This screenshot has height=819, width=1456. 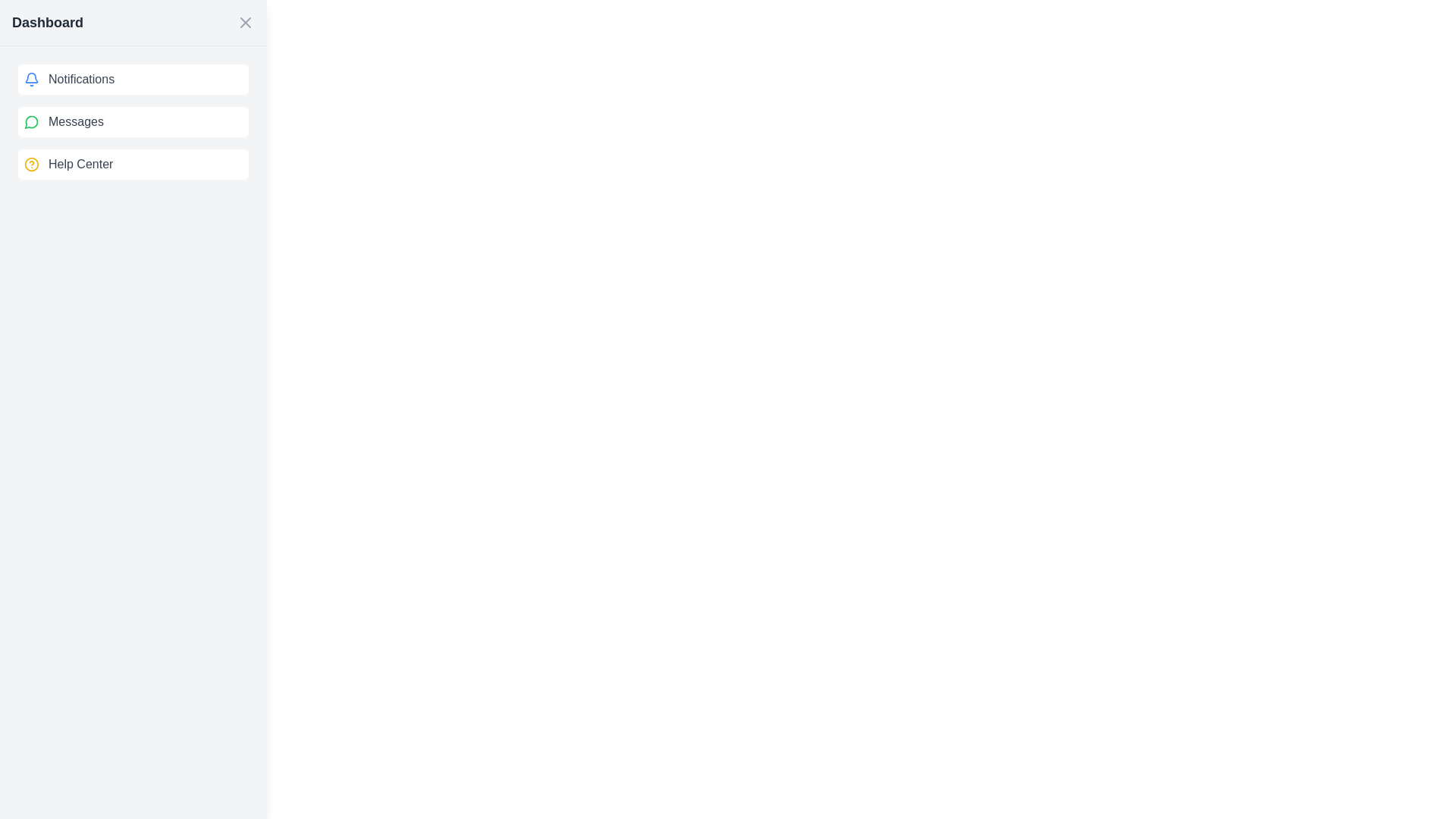 I want to click on the green speech bubble icon representing 'Messages' located in the second menu item of the sidebar, between 'Notifications' and 'Help Center', so click(x=31, y=121).